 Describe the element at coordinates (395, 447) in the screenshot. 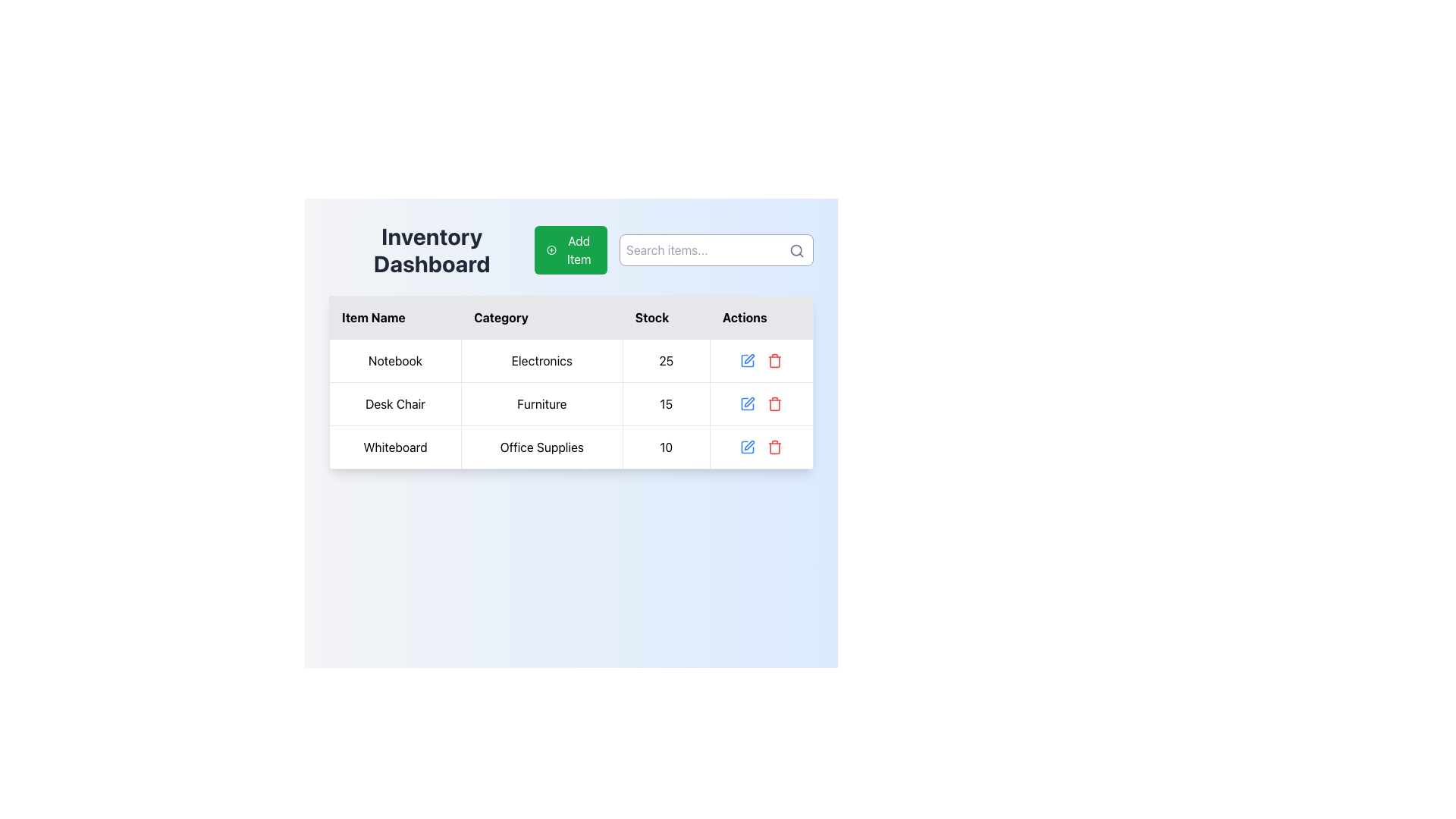

I see `the text label reading 'Whiteboard' located in the third row of the table under the 'Item Name' column` at that location.